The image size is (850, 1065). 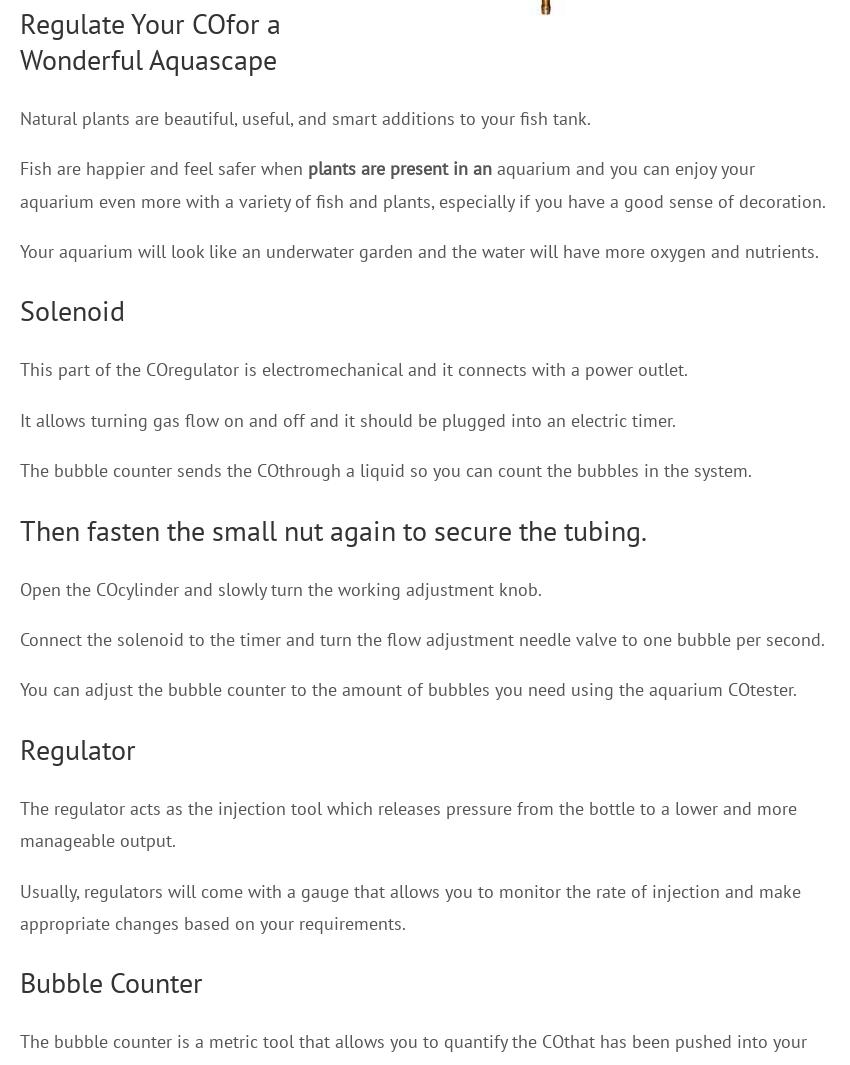 What do you see at coordinates (18, 689) in the screenshot?
I see `'You can adjust the bubble counter to the amount of bubbles you need using the aquarium COtester.'` at bounding box center [18, 689].